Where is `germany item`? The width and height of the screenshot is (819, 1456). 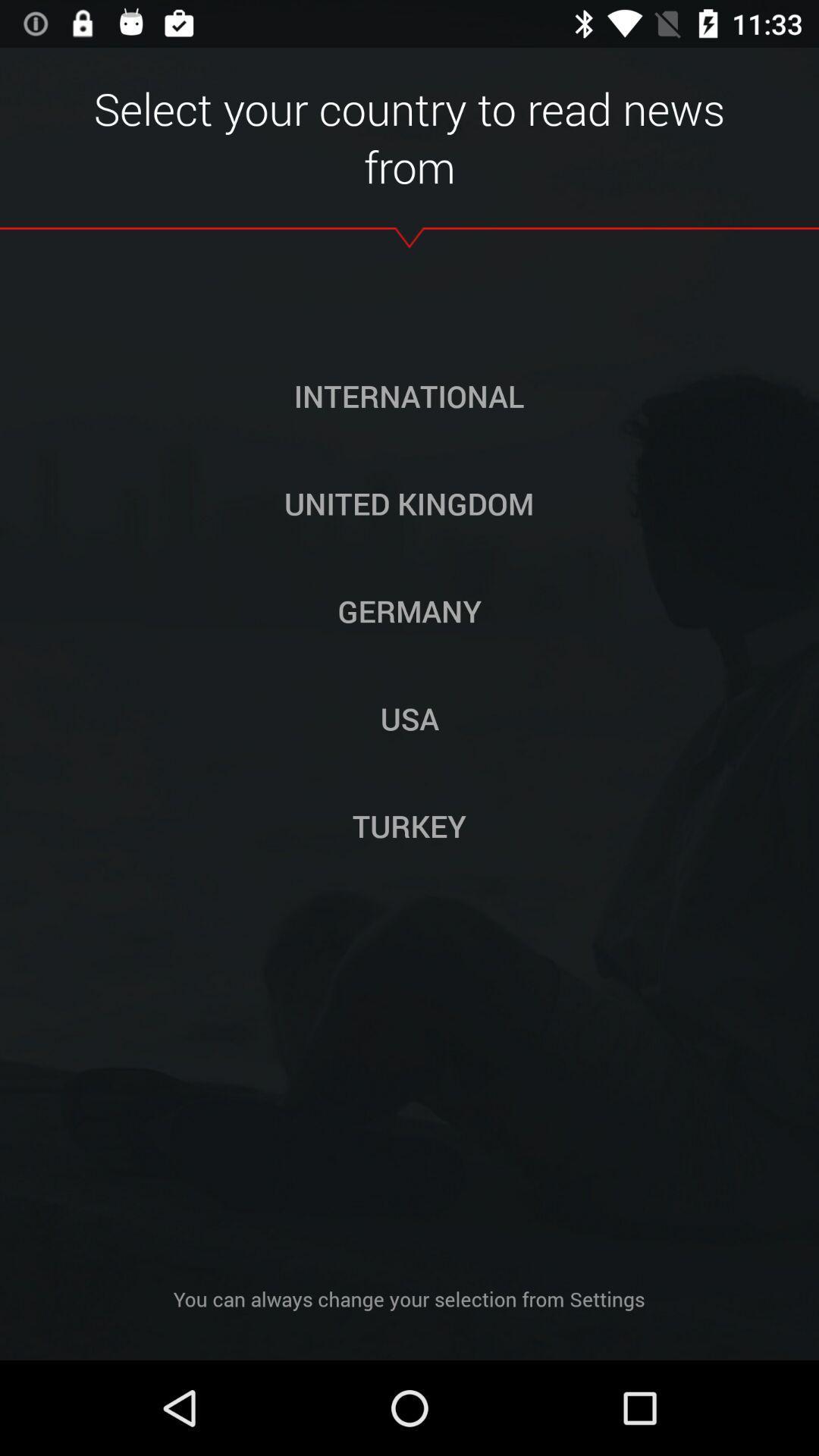
germany item is located at coordinates (409, 610).